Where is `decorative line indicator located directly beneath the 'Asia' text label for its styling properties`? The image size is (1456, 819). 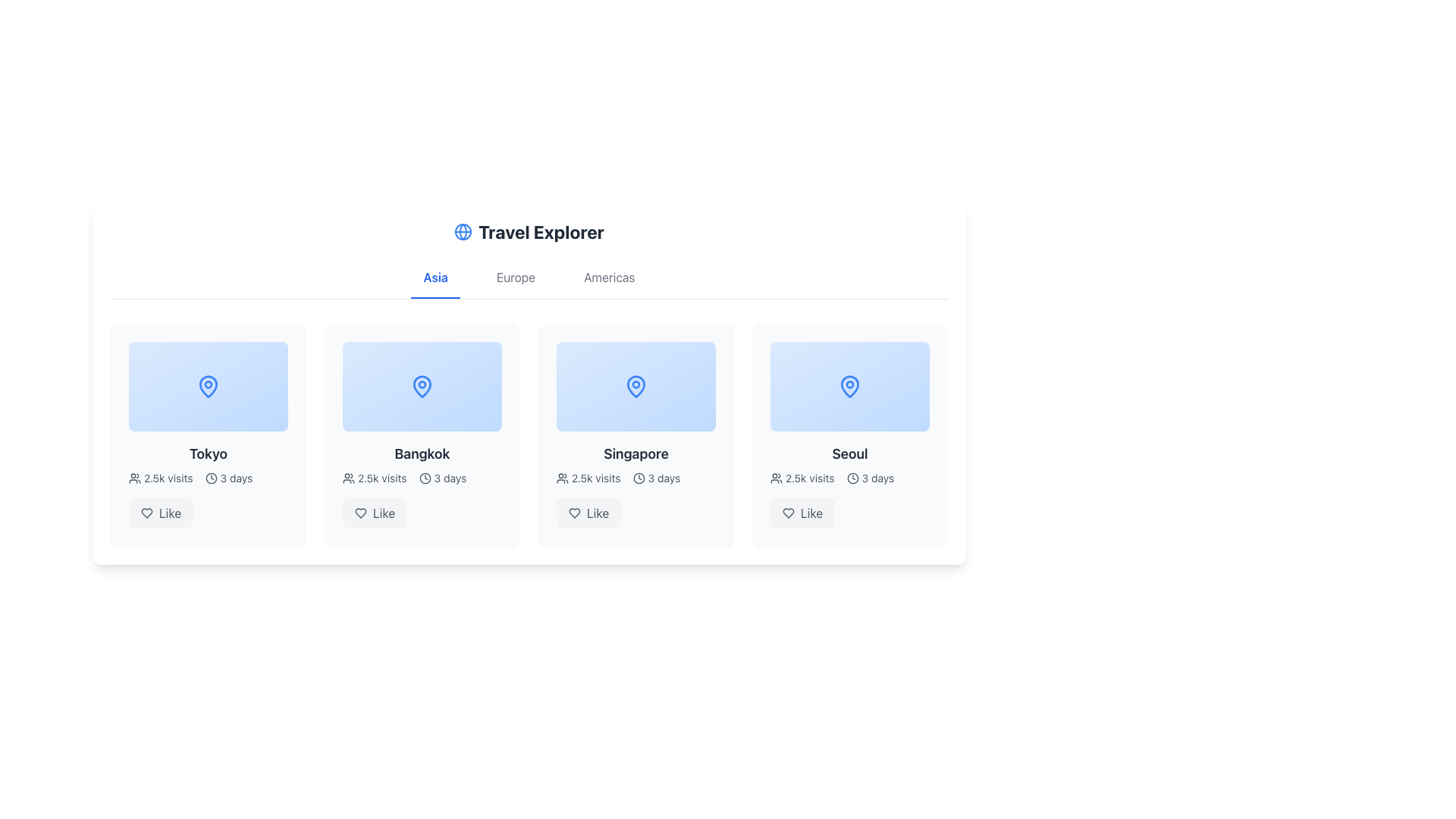
decorative line indicator located directly beneath the 'Asia' text label for its styling properties is located at coordinates (435, 298).